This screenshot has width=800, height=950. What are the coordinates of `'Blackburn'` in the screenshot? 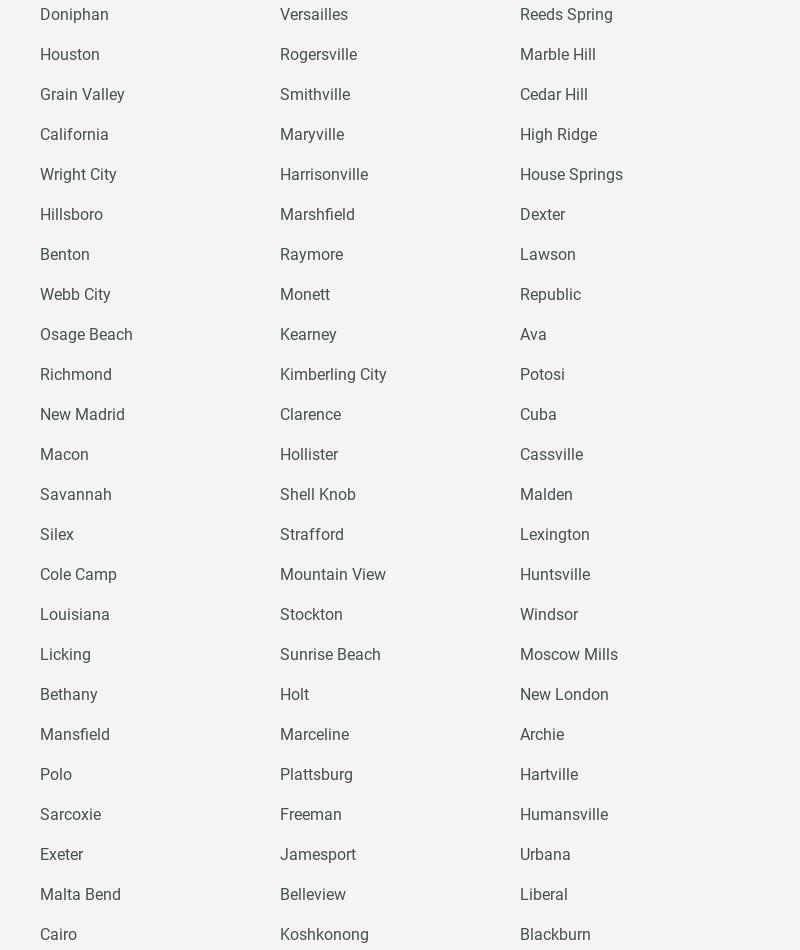 It's located at (554, 933).